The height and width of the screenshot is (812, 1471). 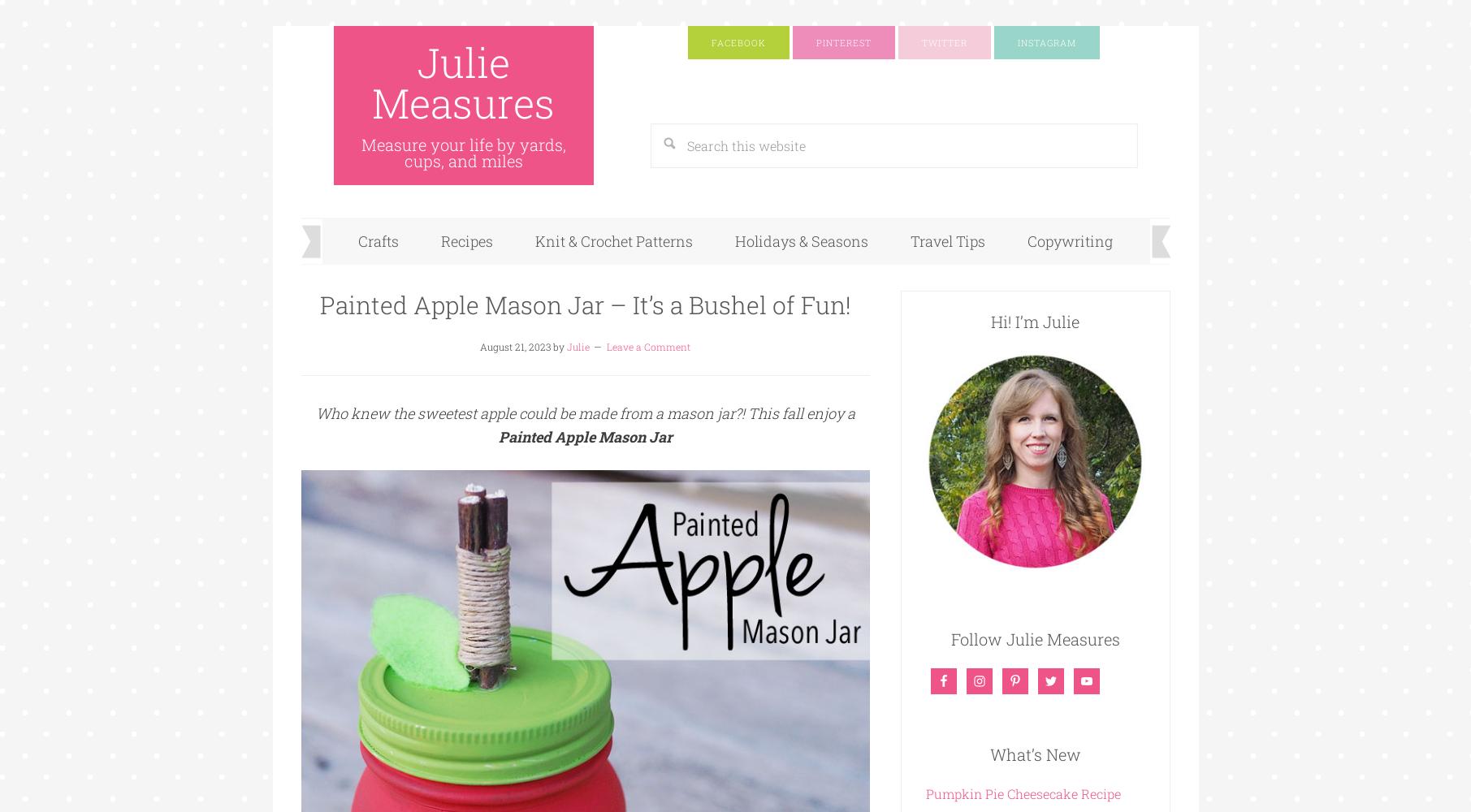 I want to click on 'Measure your life by yards, cups, and miles', so click(x=461, y=153).